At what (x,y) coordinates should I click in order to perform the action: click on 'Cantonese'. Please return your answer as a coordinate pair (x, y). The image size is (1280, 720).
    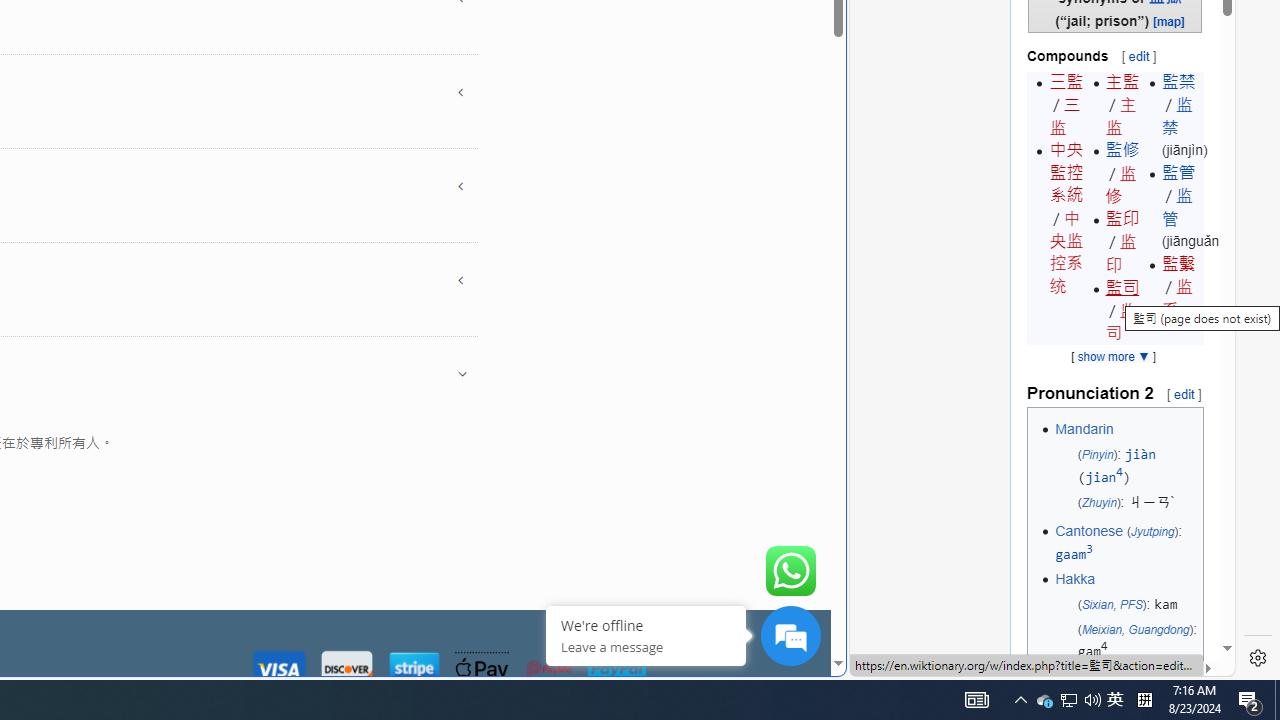
    Looking at the image, I should click on (1088, 530).